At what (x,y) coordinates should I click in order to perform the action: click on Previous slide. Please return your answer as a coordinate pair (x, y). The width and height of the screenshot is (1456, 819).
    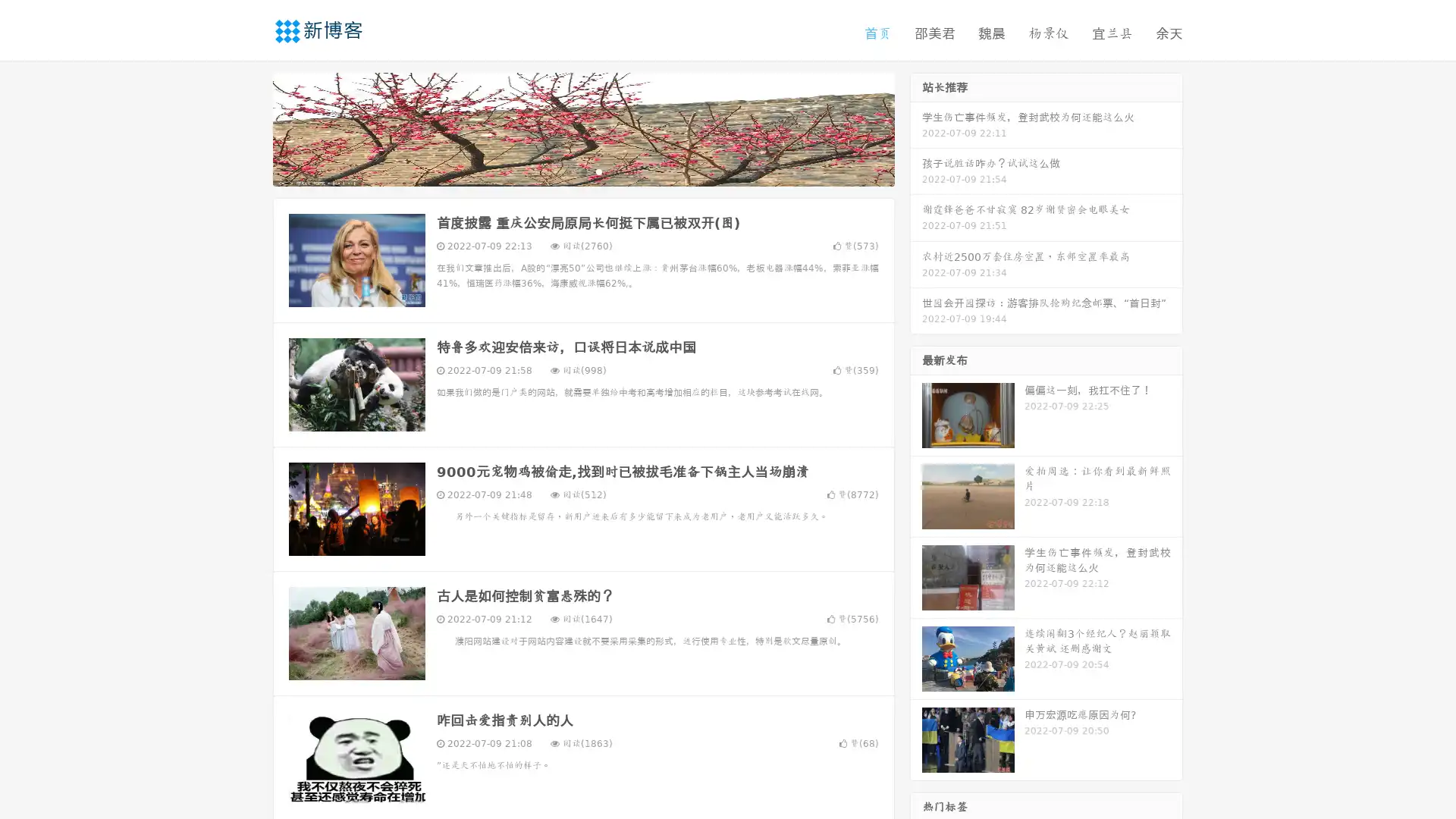
    Looking at the image, I should click on (250, 127).